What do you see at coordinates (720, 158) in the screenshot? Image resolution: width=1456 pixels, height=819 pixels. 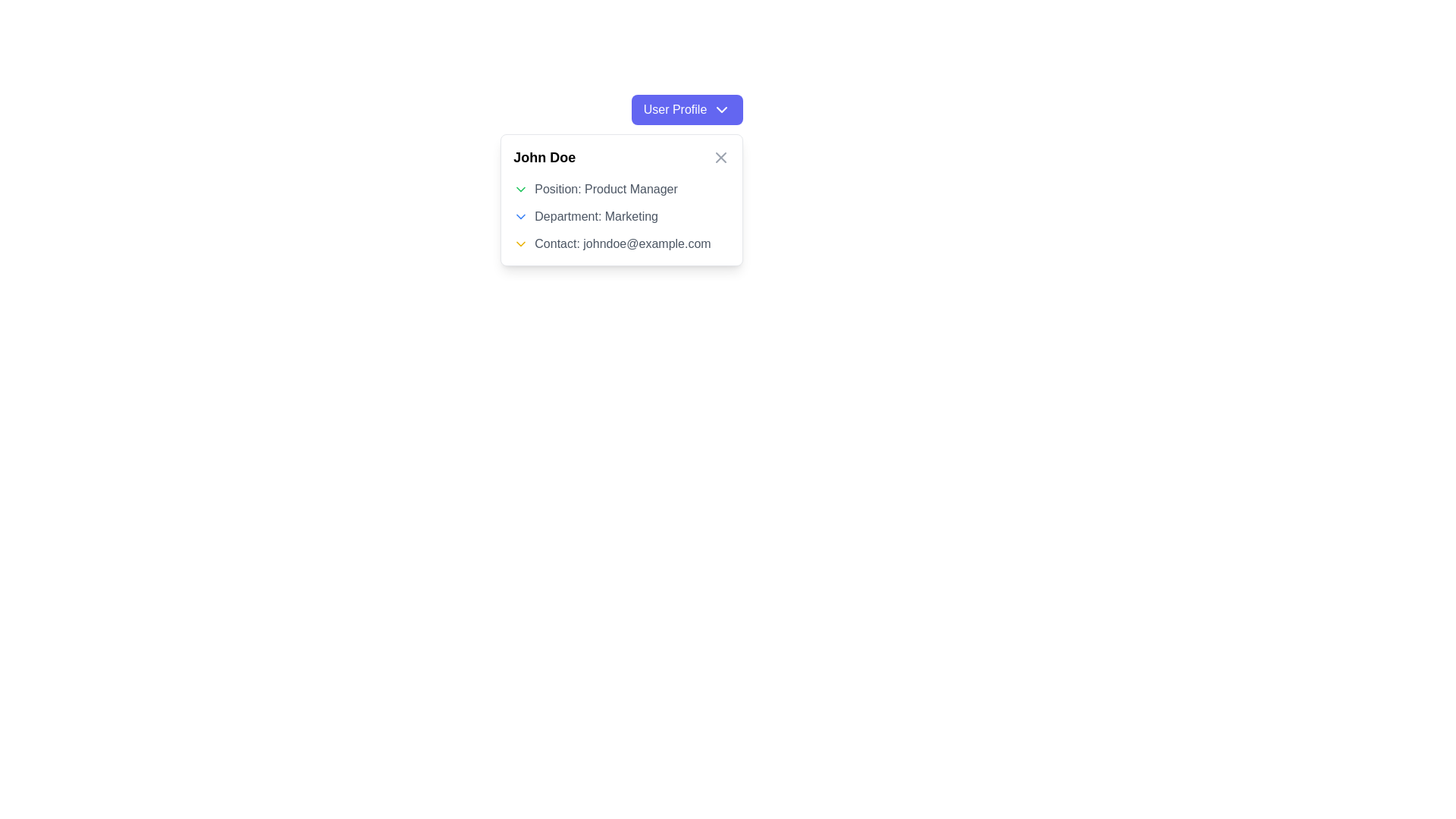 I see `the close button represented by an X-shaped SVG graphic located at the upper-right corner of the user information card near the title 'John Doe'` at bounding box center [720, 158].